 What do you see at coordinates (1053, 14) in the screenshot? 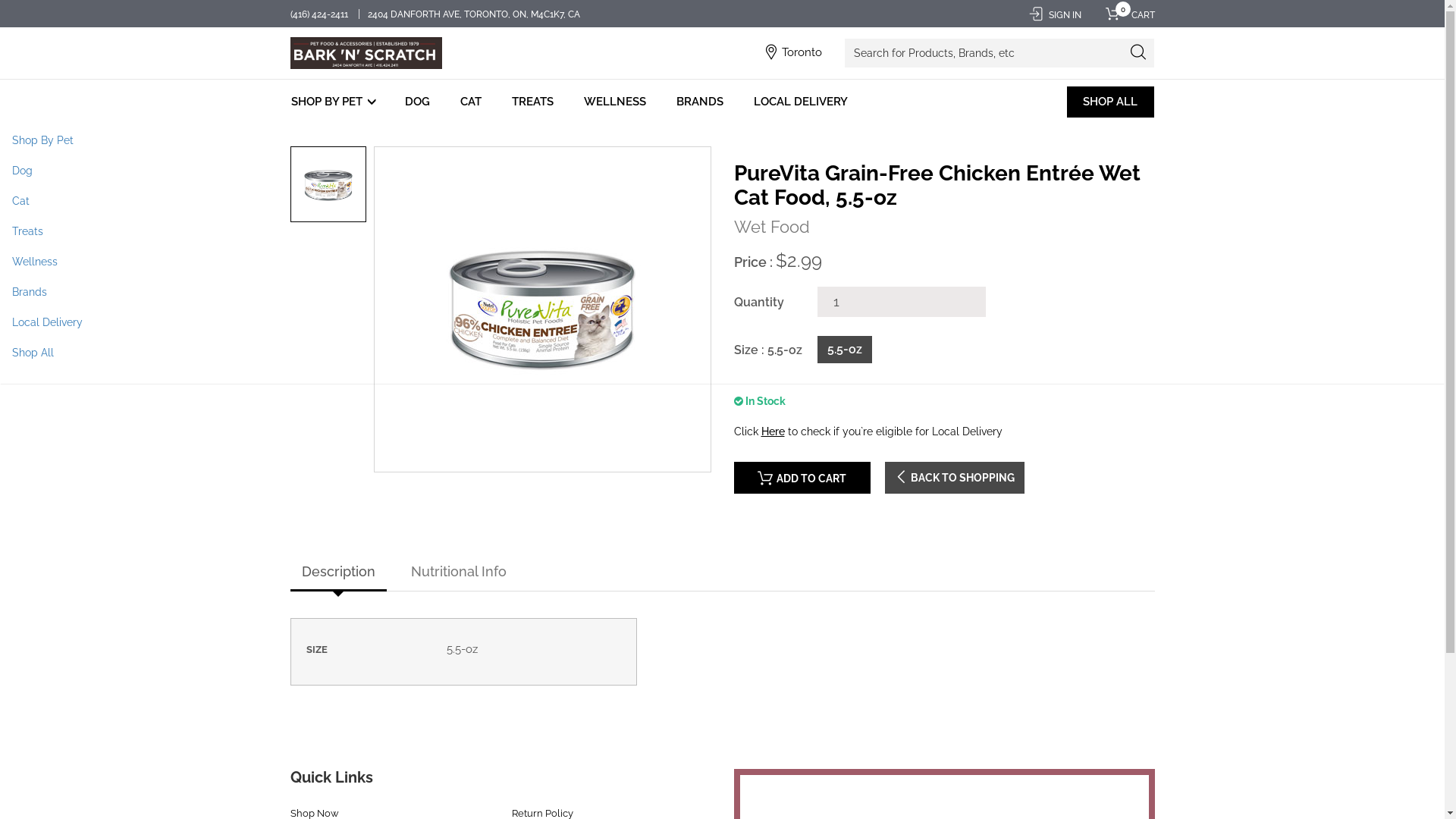
I see `'SIGN IN'` at bounding box center [1053, 14].